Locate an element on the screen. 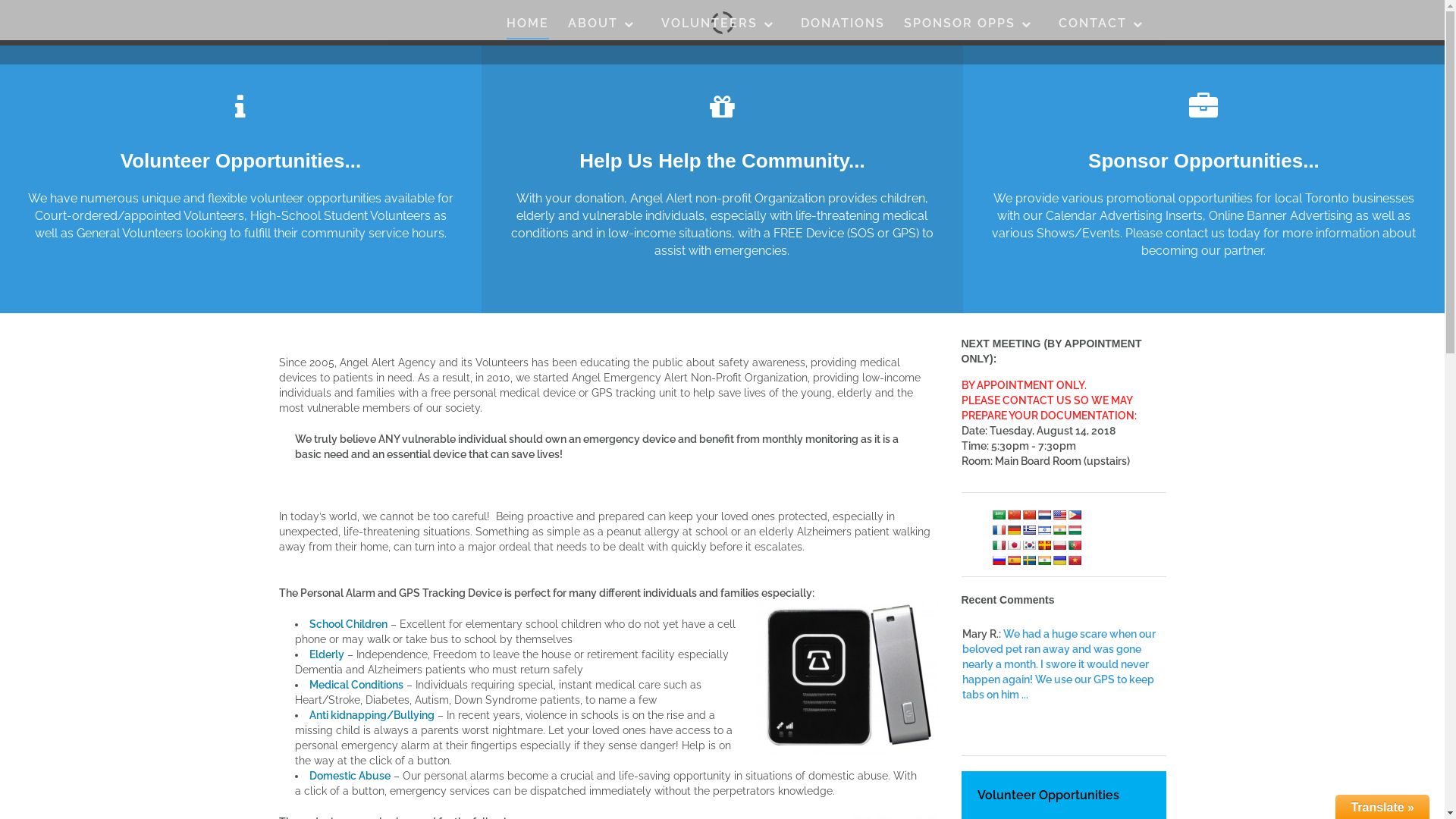  'VOLUNTEERS' is located at coordinates (720, 26).